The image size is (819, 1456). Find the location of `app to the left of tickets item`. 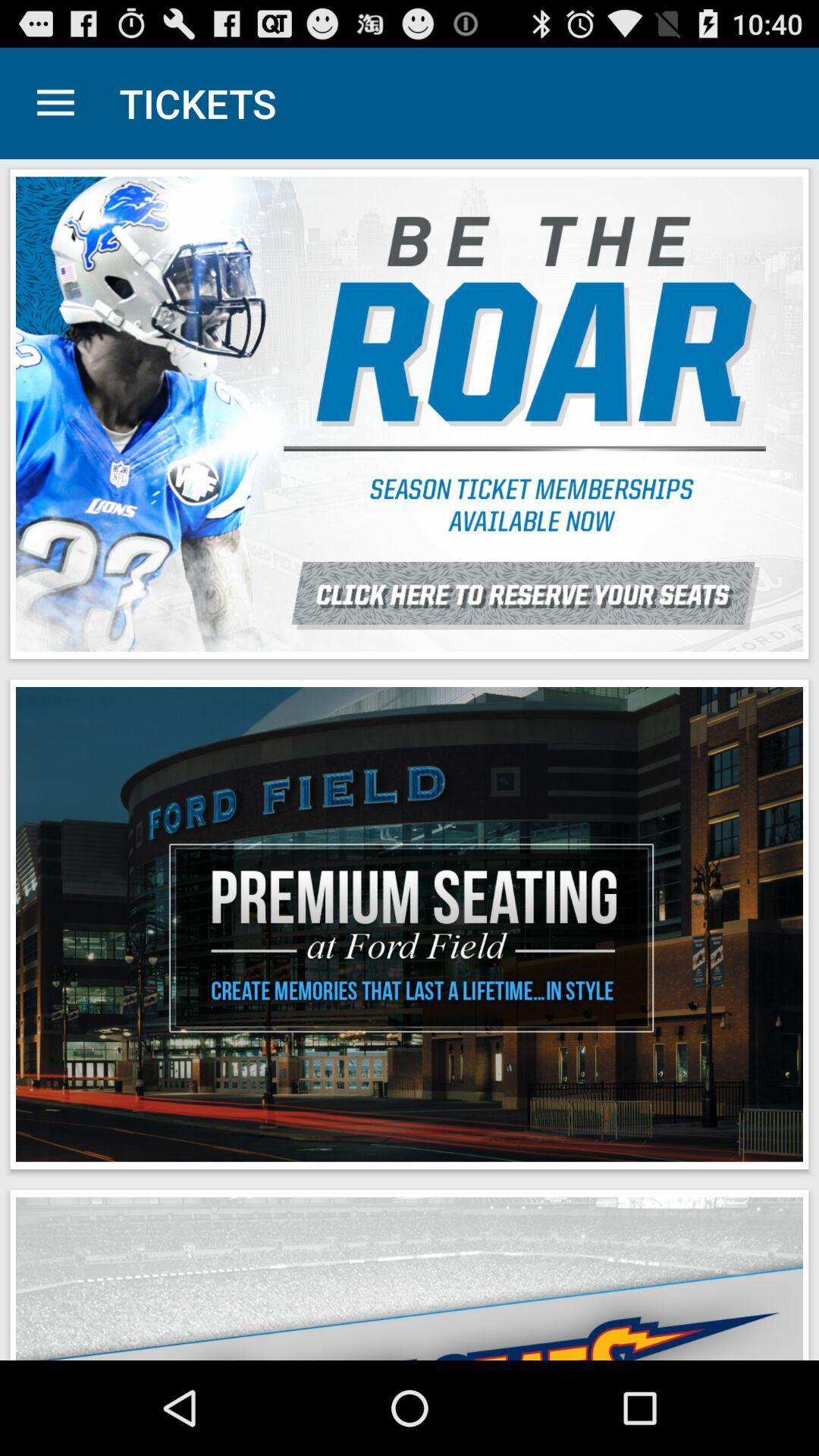

app to the left of tickets item is located at coordinates (55, 102).